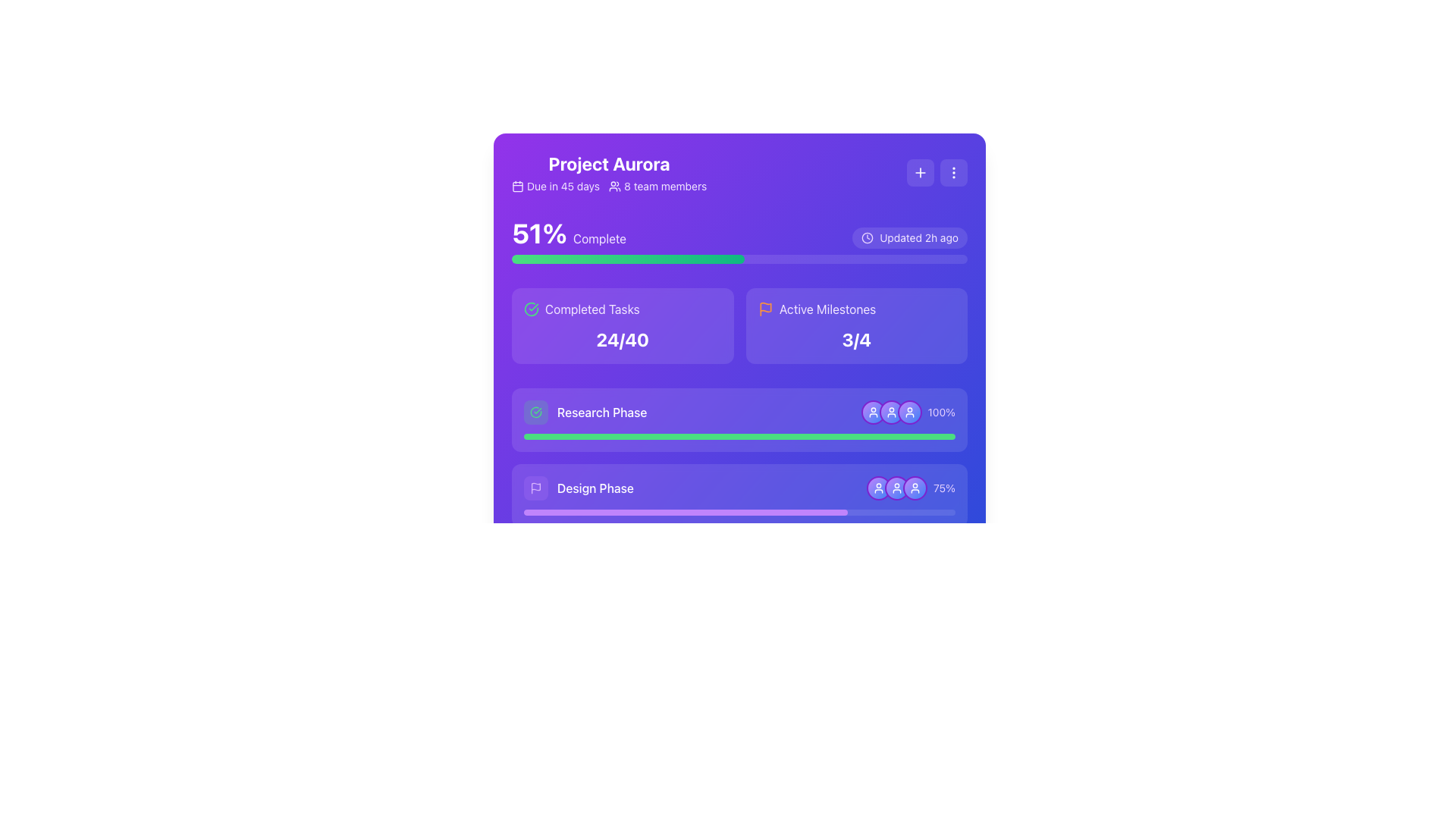  What do you see at coordinates (891, 412) in the screenshot?
I see `the user profile SVG icon located` at bounding box center [891, 412].